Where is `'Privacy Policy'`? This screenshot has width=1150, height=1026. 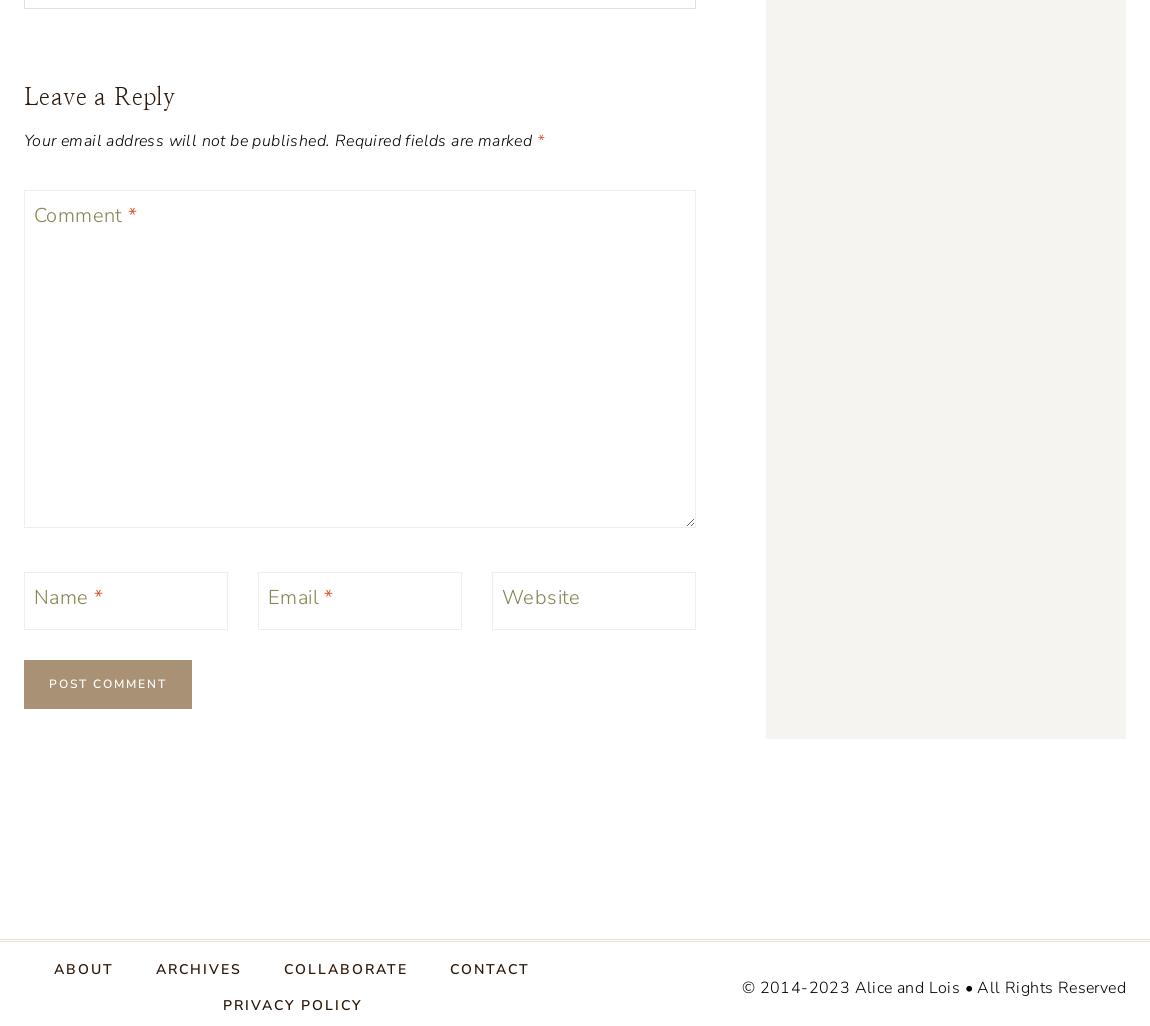
'Privacy Policy' is located at coordinates (291, 1004).